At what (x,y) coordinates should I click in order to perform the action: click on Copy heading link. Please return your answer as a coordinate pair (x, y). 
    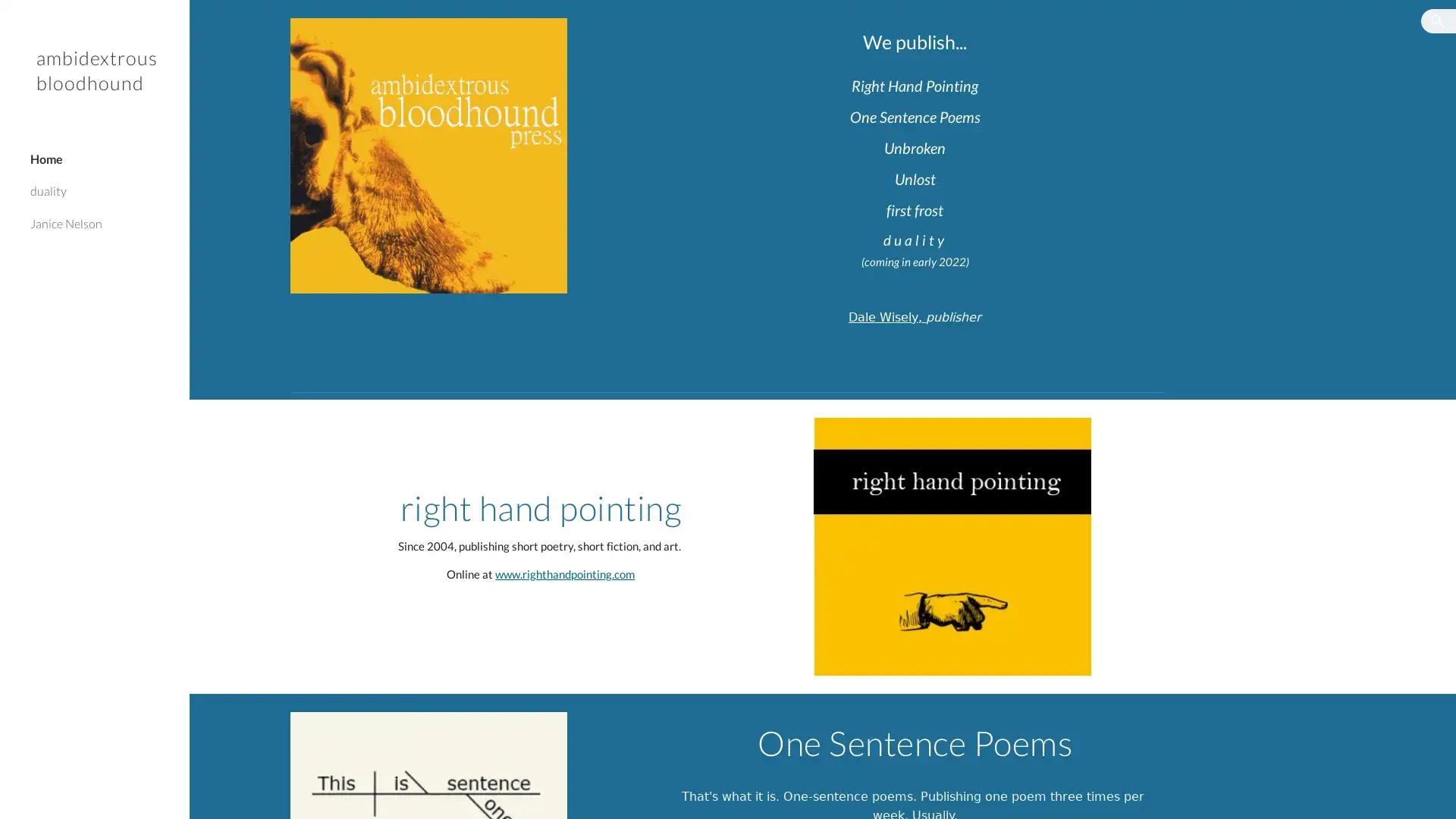
    Looking at the image, I should click on (1055, 210).